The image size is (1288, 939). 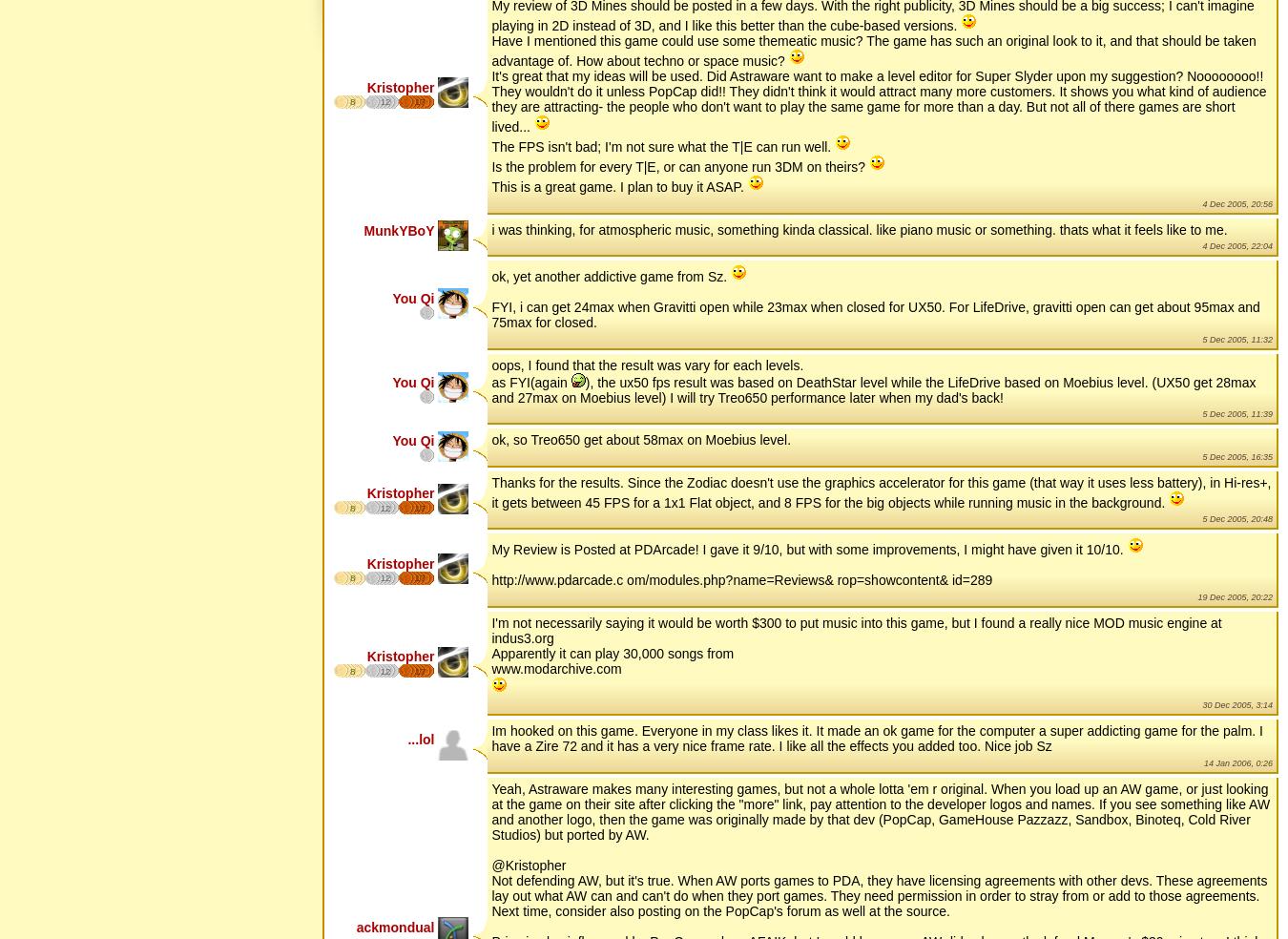 What do you see at coordinates (1201, 517) in the screenshot?
I see `'5 Dec 2005, 20:48'` at bounding box center [1201, 517].